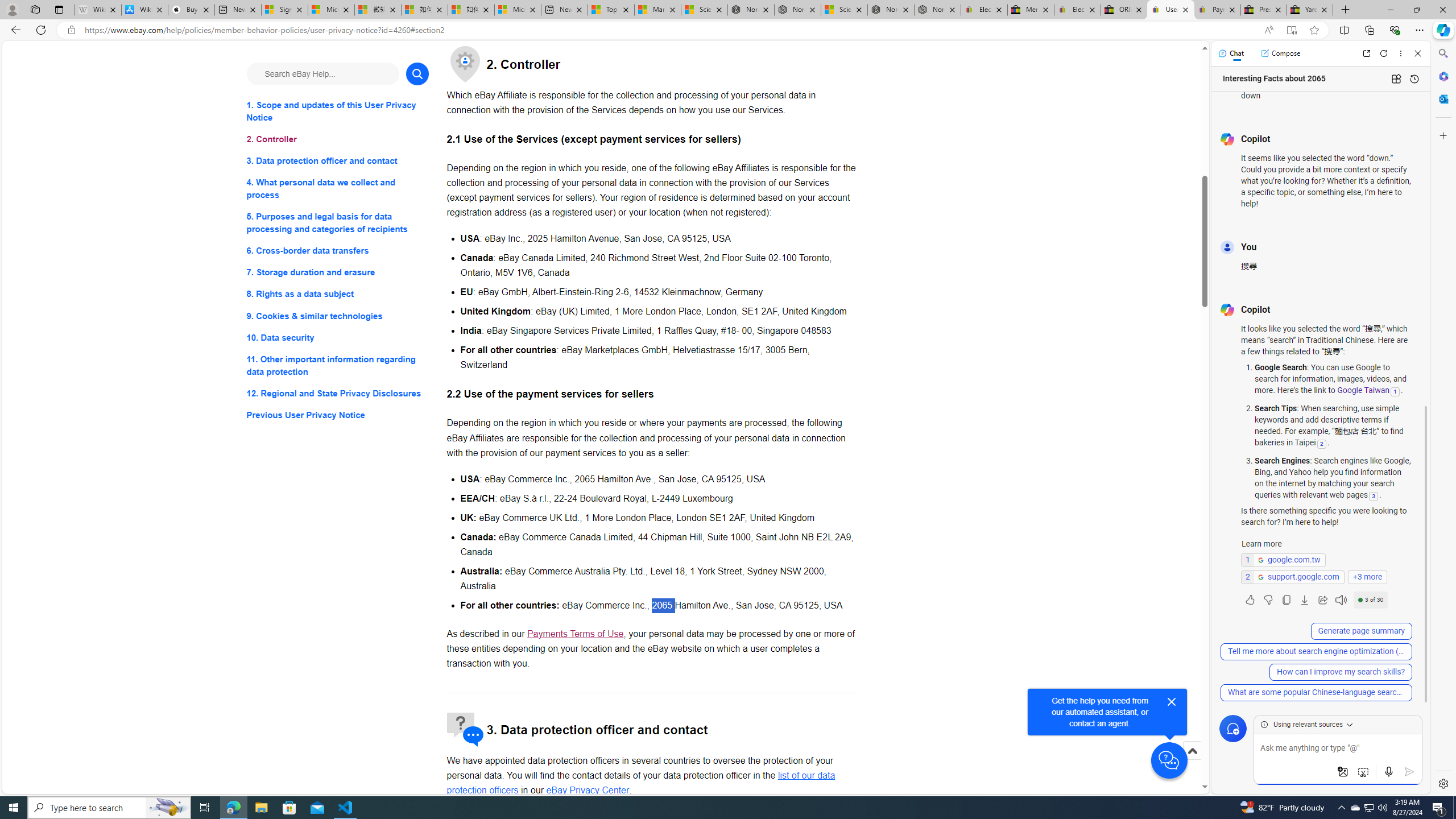  What do you see at coordinates (191, 9) in the screenshot?
I see `'Buy iPad - Apple'` at bounding box center [191, 9].